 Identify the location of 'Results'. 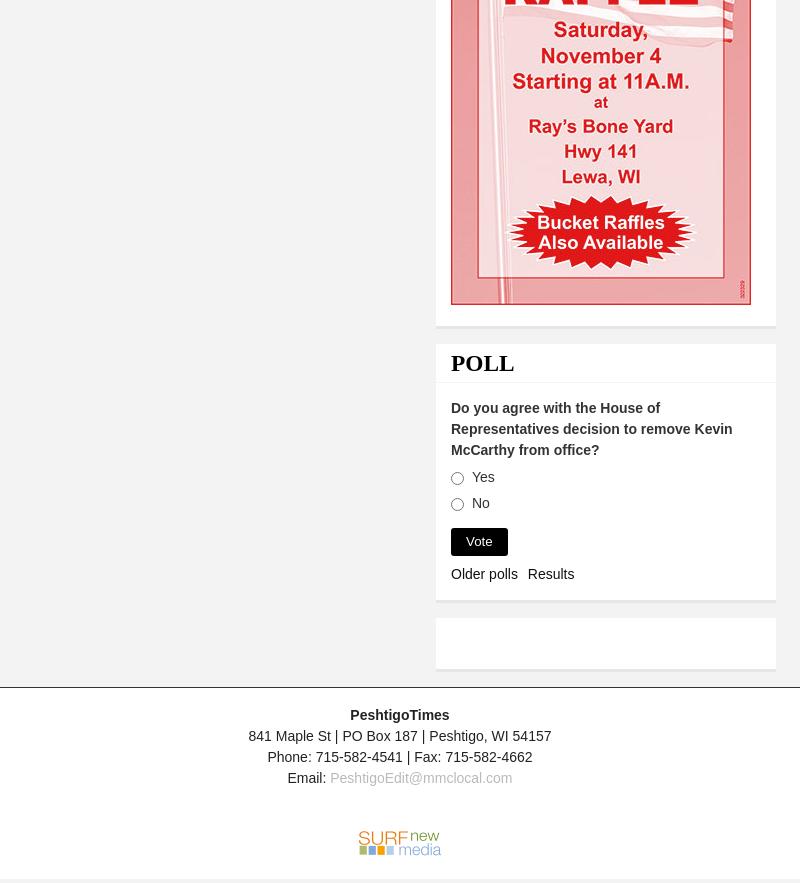
(550, 574).